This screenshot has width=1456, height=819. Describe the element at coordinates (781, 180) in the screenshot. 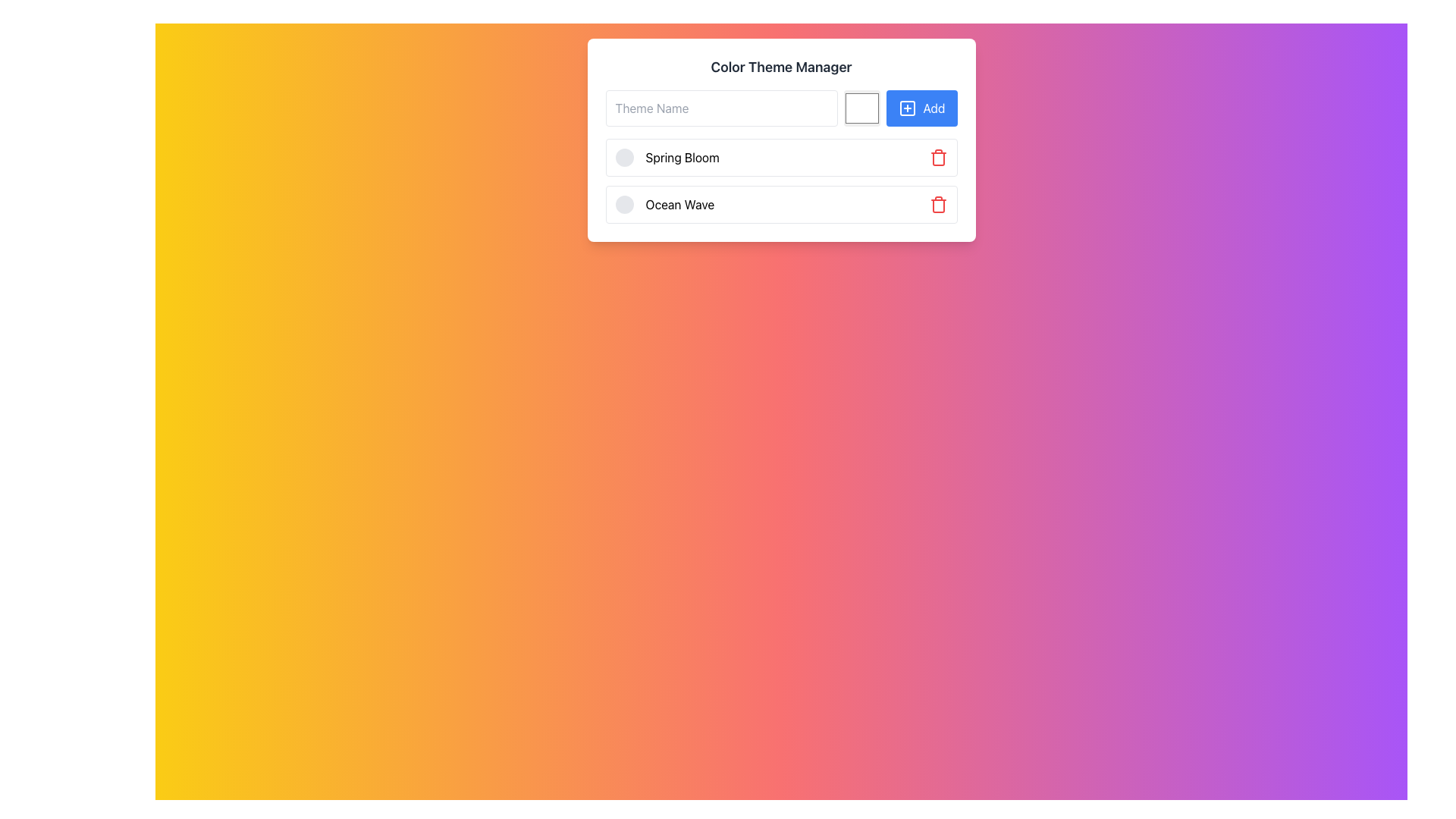

I see `the available themes in the List Component located within the 'Color Theme Manager', which is beneath the input field and the 'Add' button` at that location.